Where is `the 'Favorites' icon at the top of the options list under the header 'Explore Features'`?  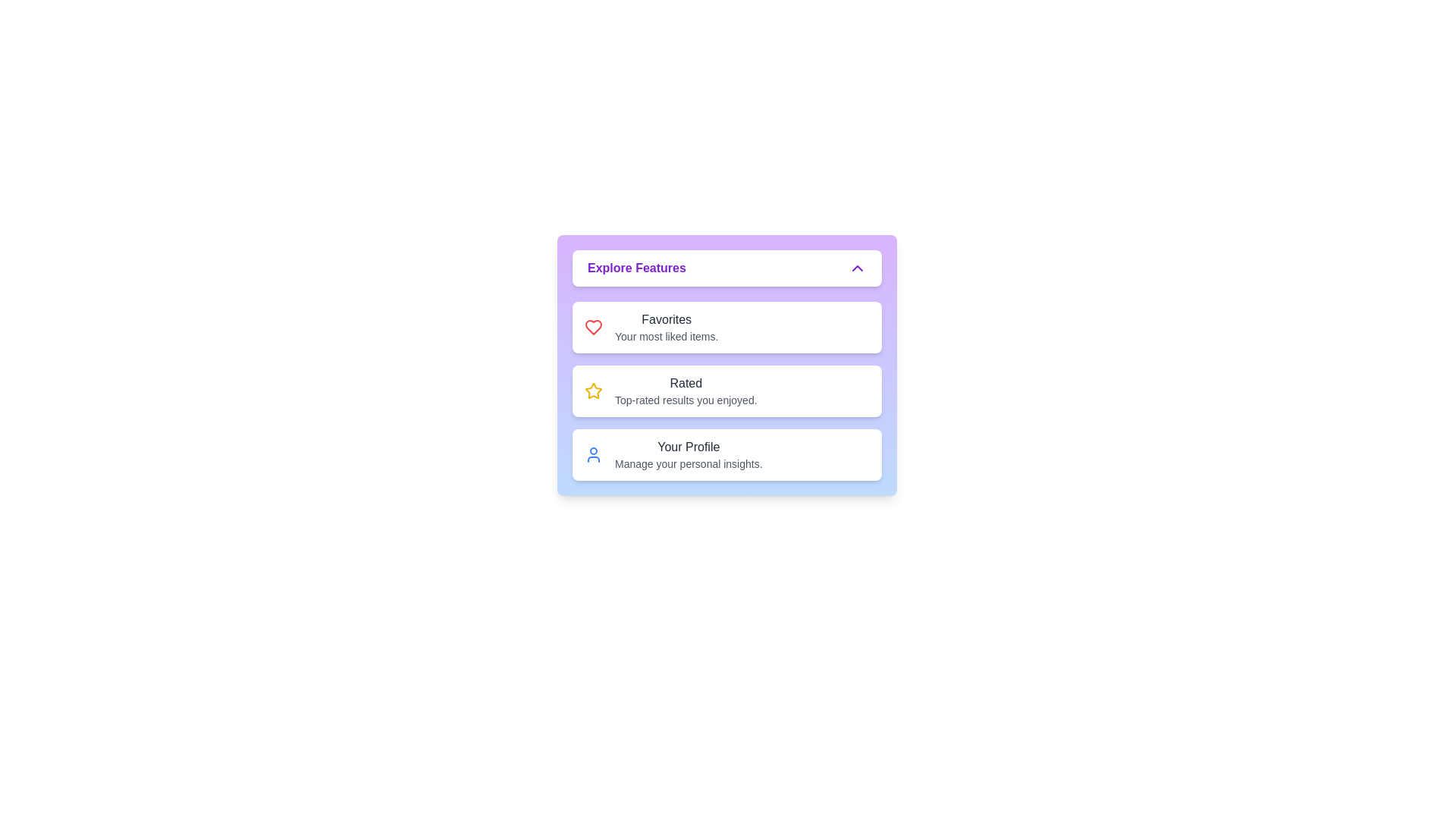 the 'Favorites' icon at the top of the options list under the header 'Explore Features' is located at coordinates (592, 327).